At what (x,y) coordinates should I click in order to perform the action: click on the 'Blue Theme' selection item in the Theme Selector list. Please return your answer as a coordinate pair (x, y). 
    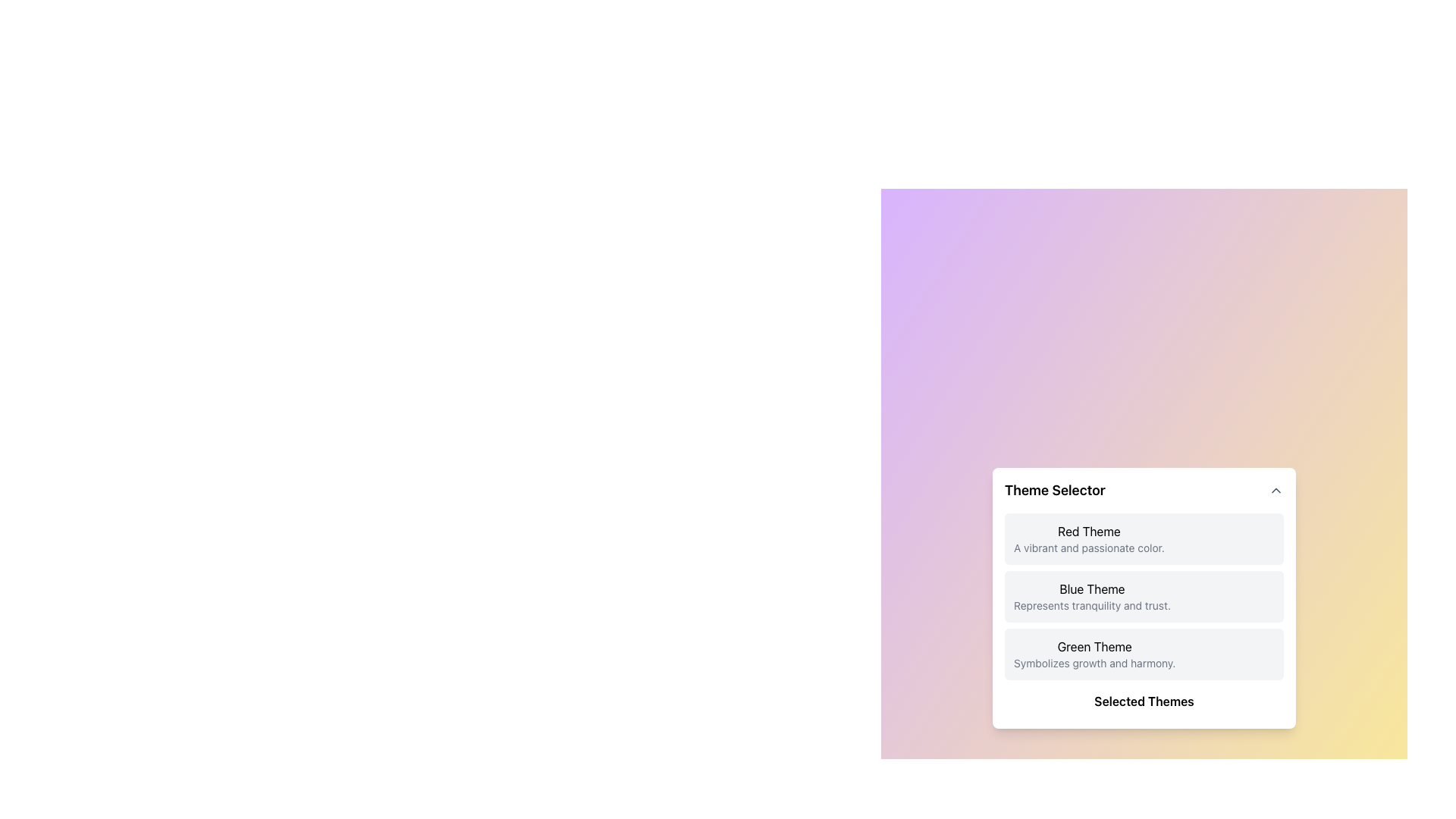
    Looking at the image, I should click on (1092, 595).